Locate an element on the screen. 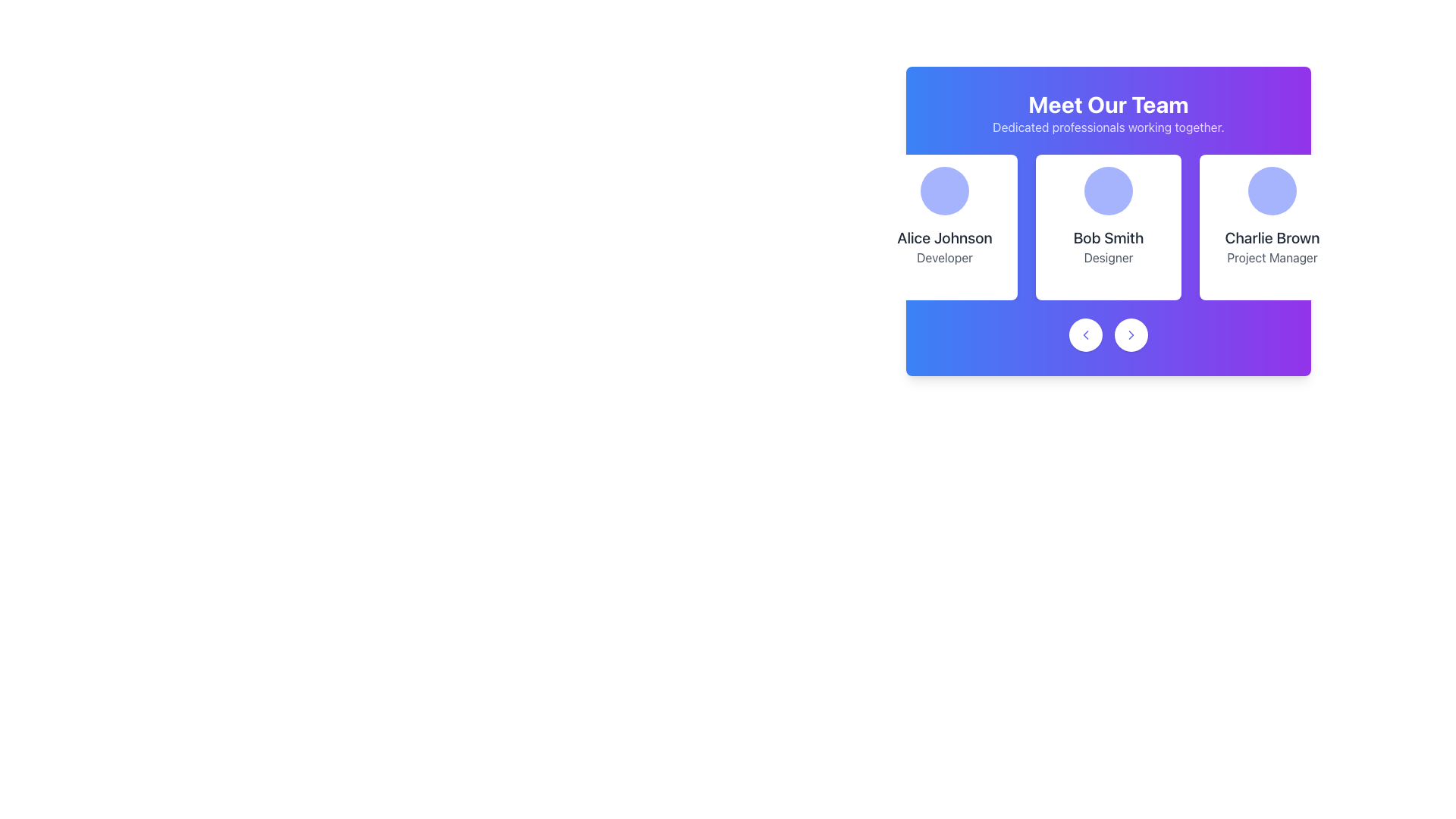 This screenshot has height=819, width=1456. the Profile card displaying information about an individual, positioned as the second card in a horizontal list of three cards, flanked by 'Alice Johnson' and 'Charlie Brown' is located at coordinates (1109, 221).